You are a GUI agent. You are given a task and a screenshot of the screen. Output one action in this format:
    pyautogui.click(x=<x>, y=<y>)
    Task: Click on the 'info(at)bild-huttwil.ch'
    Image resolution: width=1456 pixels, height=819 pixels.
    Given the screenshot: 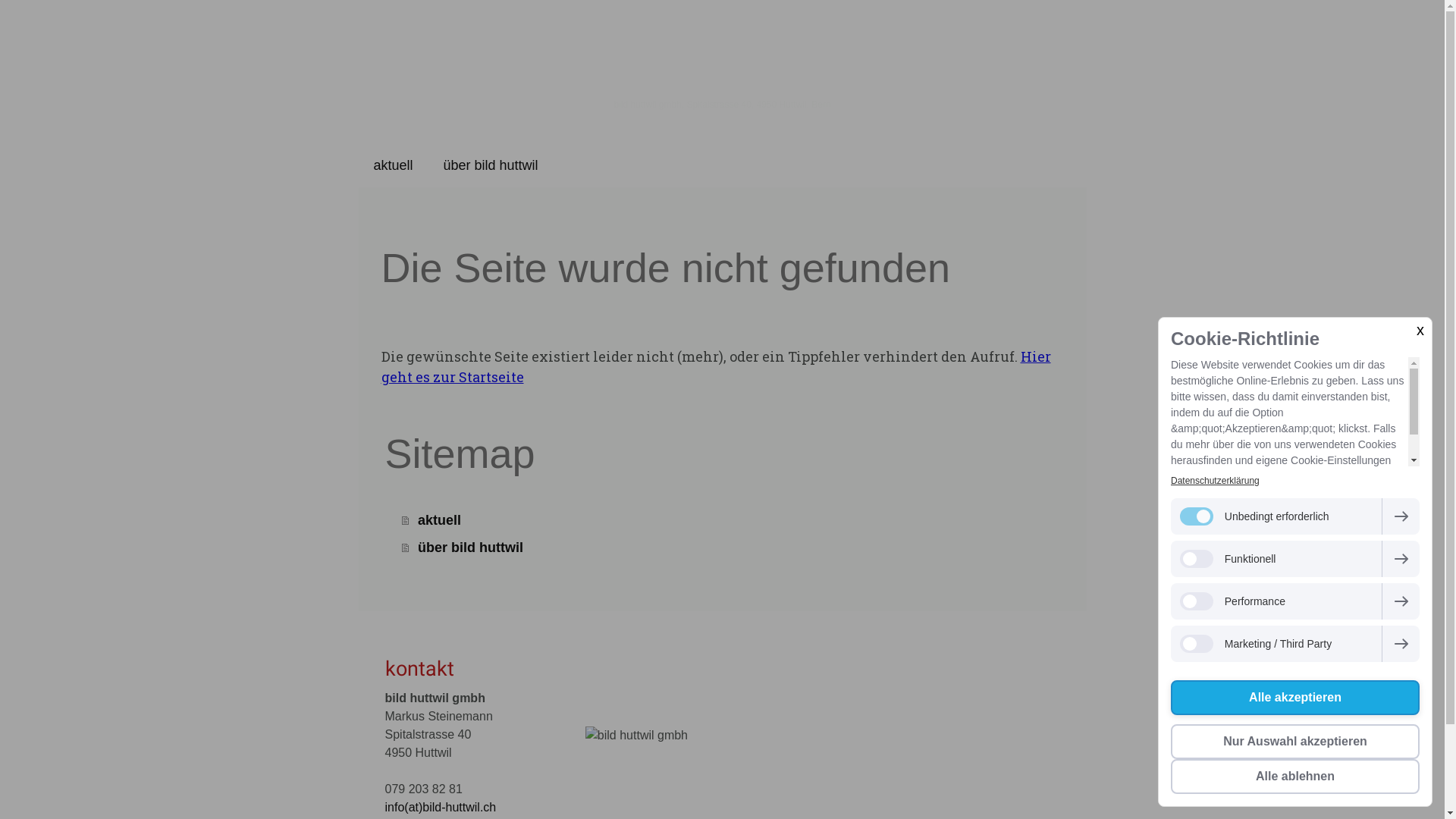 What is the action you would take?
    pyautogui.click(x=385, y=806)
    